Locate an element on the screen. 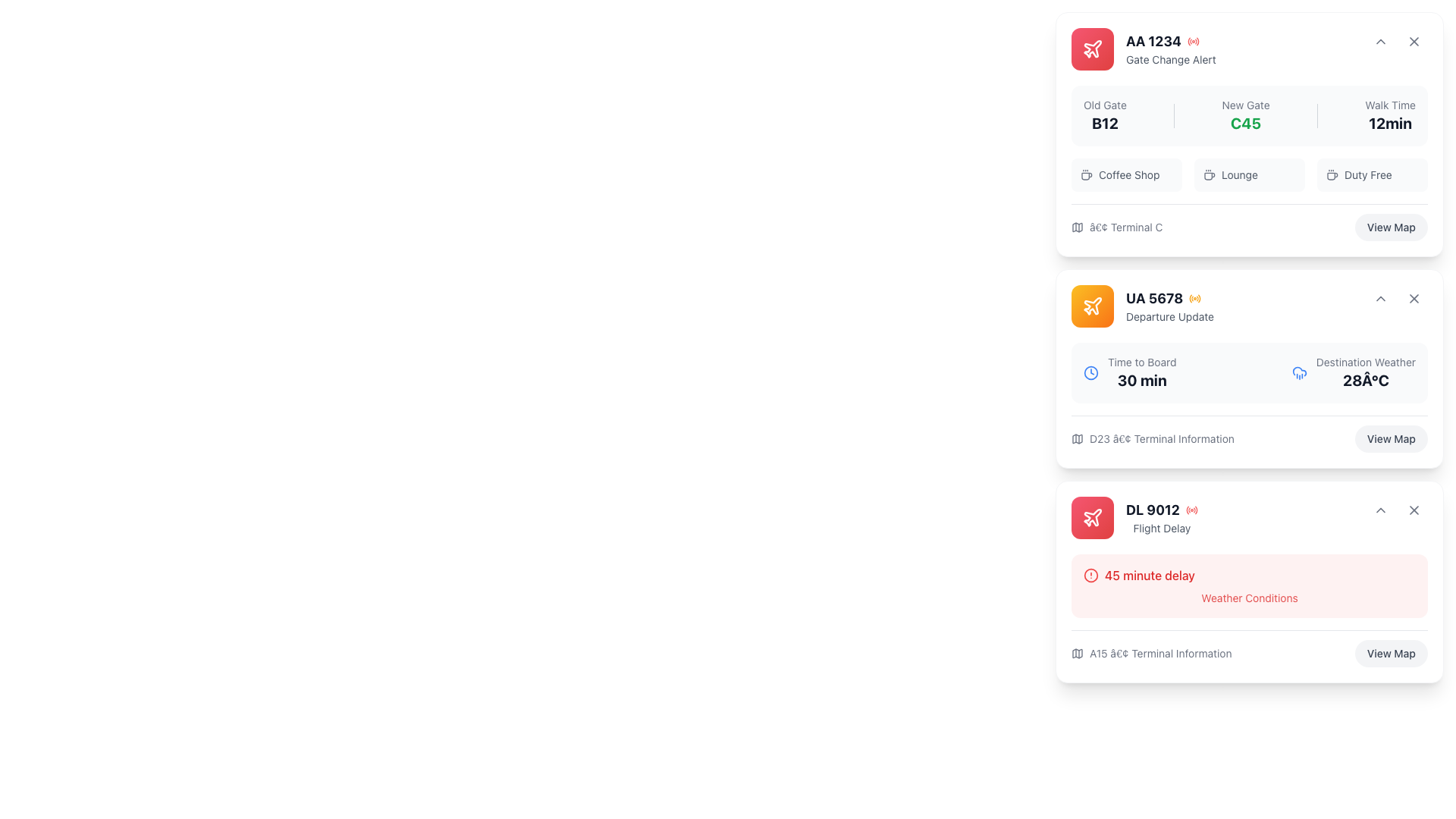  the text label displaying the flight identifier UA 5678 located in the top section of the second card on the right side of the interface, next to an orange icon is located at coordinates (1169, 298).